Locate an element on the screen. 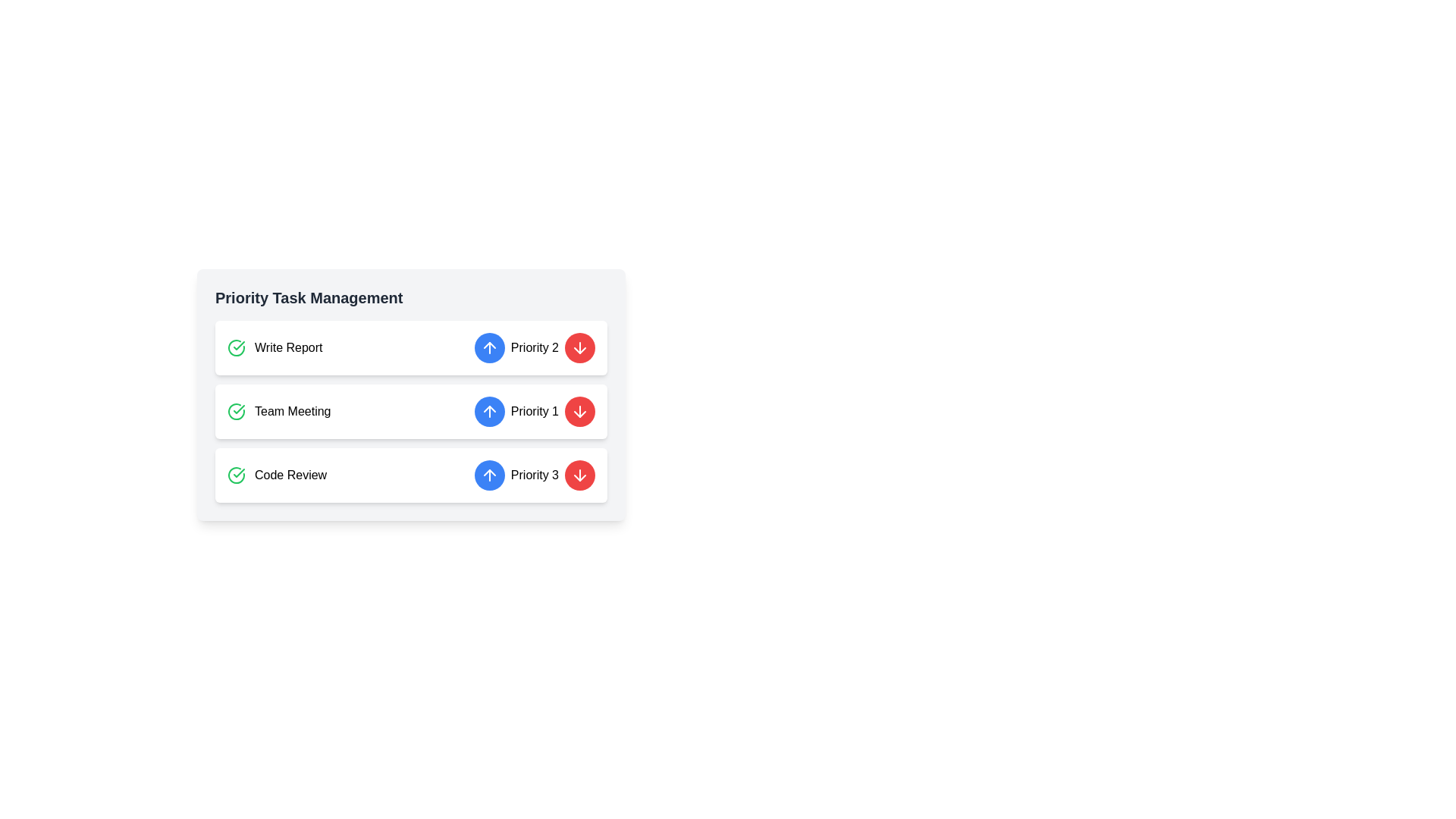 The height and width of the screenshot is (819, 1456). the green circular icon with a checkmark symbol indicating a completed task, located near the top left corner of the 'Write Report' row in the 'Priority Task Management' list is located at coordinates (236, 475).